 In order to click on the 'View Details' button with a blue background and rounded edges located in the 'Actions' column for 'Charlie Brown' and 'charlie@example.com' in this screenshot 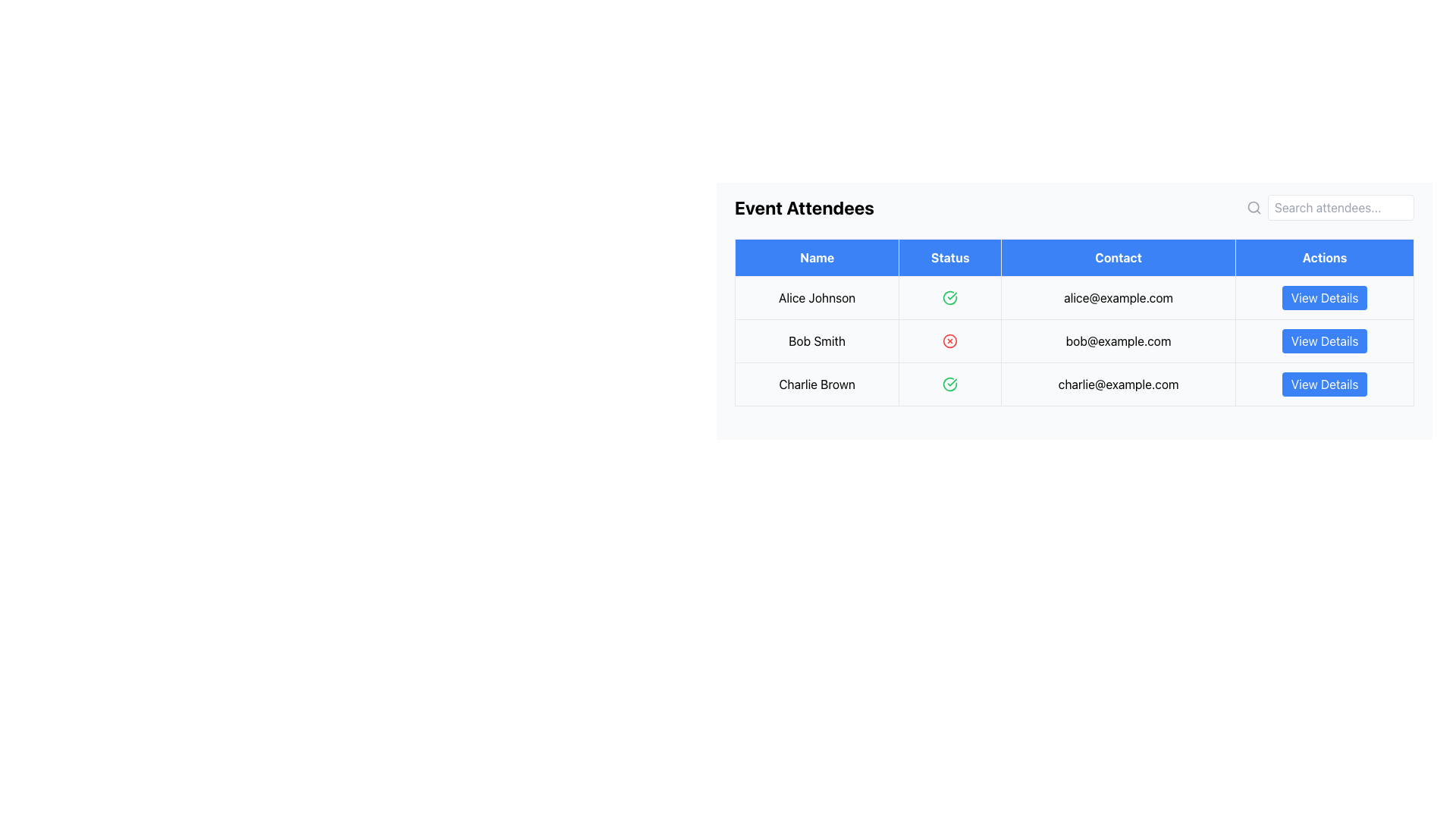, I will do `click(1324, 383)`.